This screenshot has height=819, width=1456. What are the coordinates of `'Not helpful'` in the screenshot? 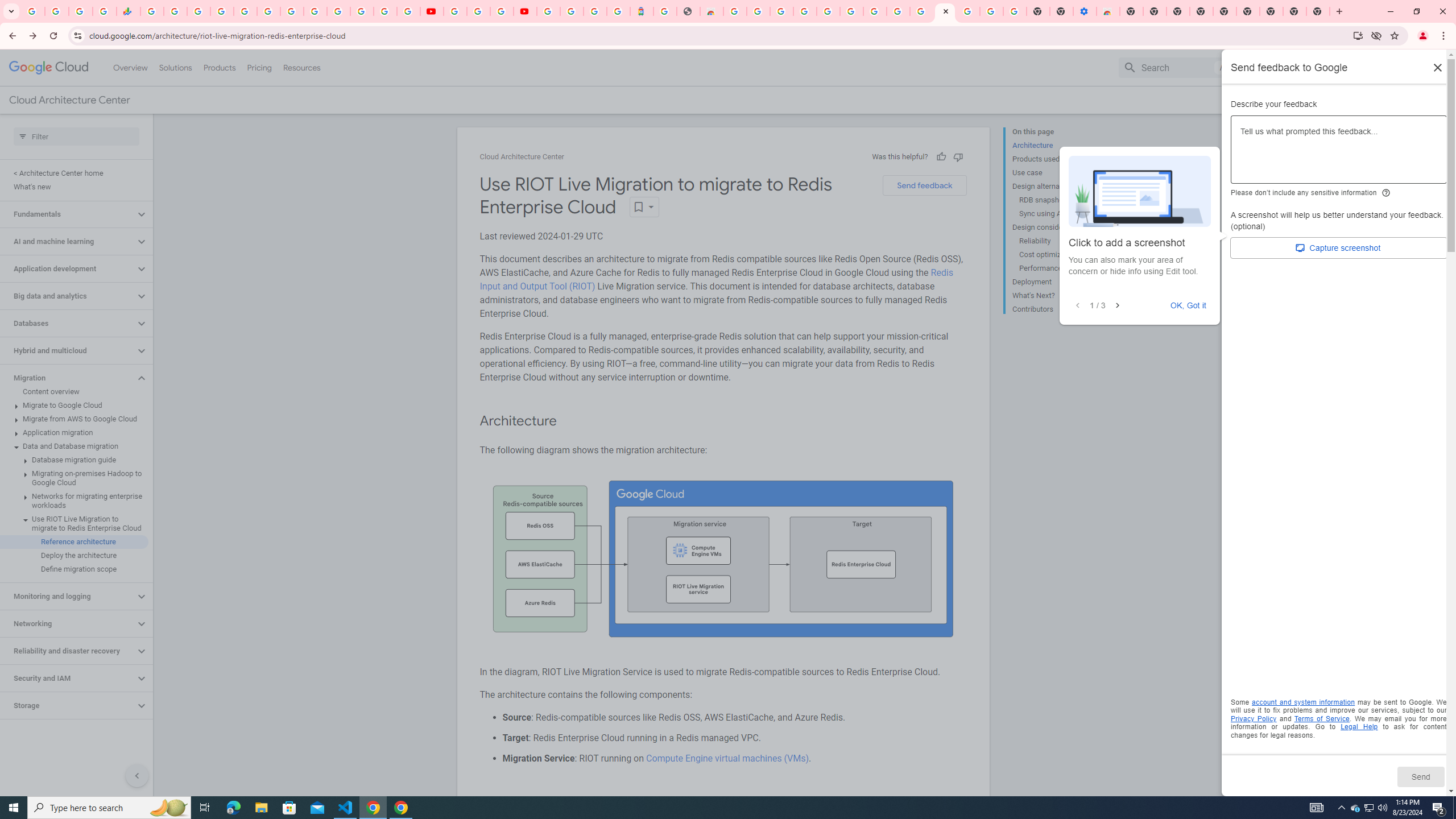 It's located at (957, 156).